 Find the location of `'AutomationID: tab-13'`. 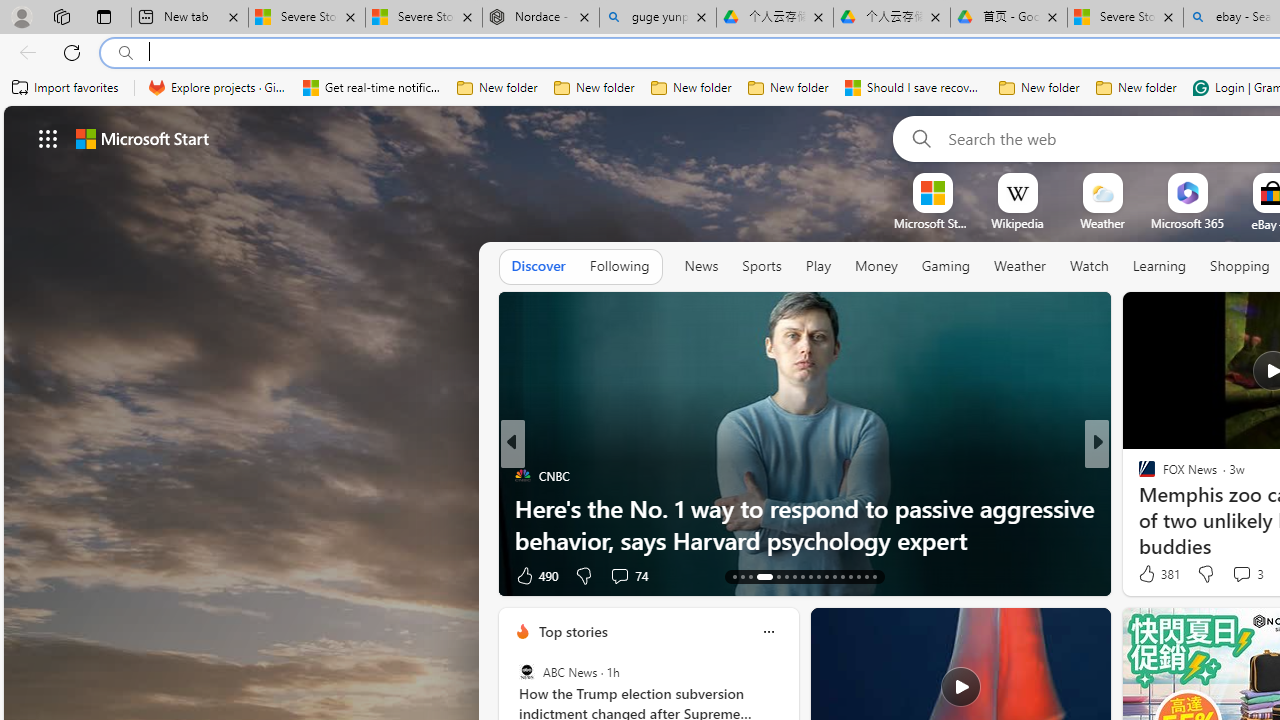

'AutomationID: tab-13' is located at coordinates (733, 577).